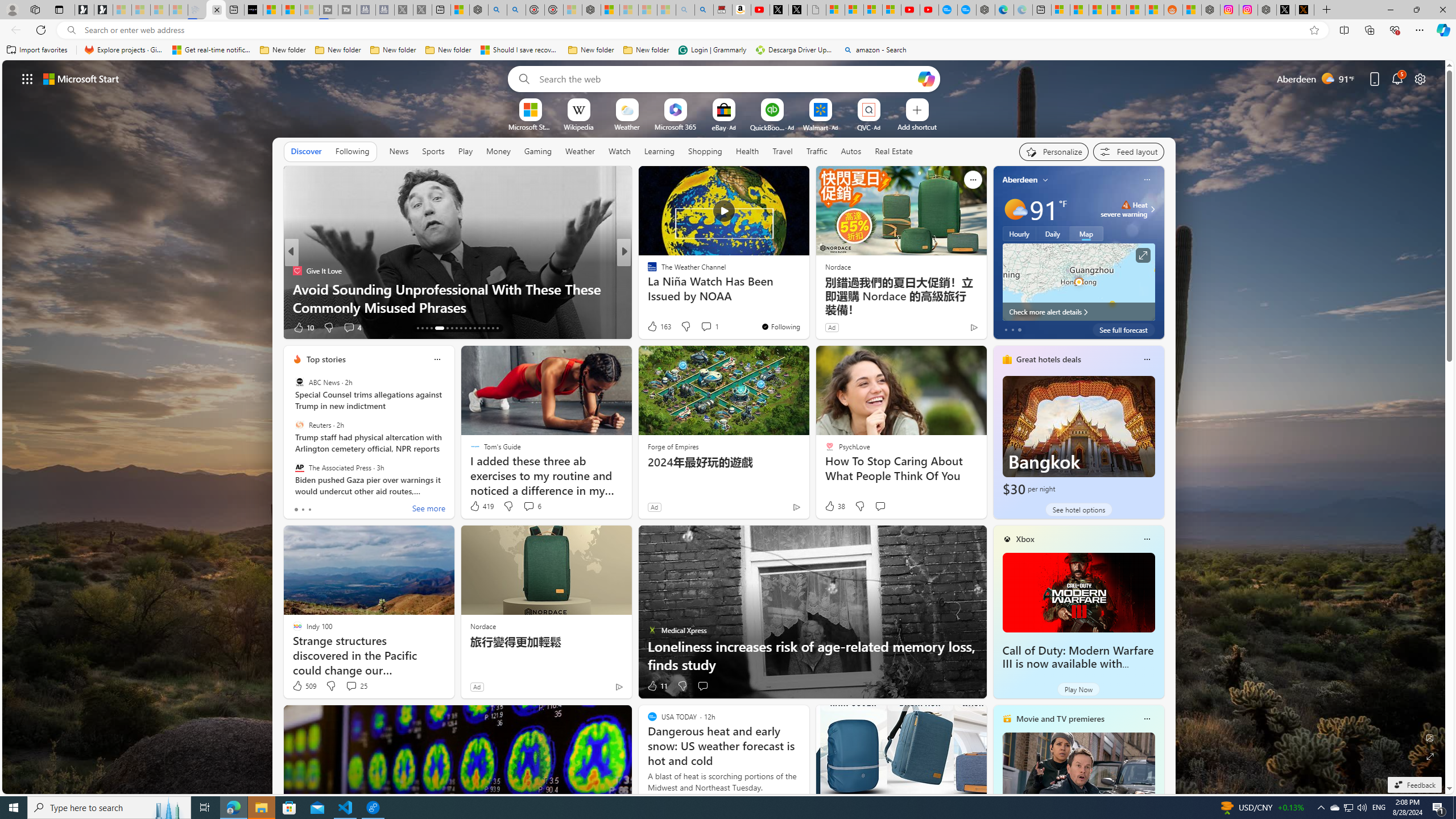 The width and height of the screenshot is (1456, 819). What do you see at coordinates (464, 328) in the screenshot?
I see `'AutomationID: tab-22'` at bounding box center [464, 328].